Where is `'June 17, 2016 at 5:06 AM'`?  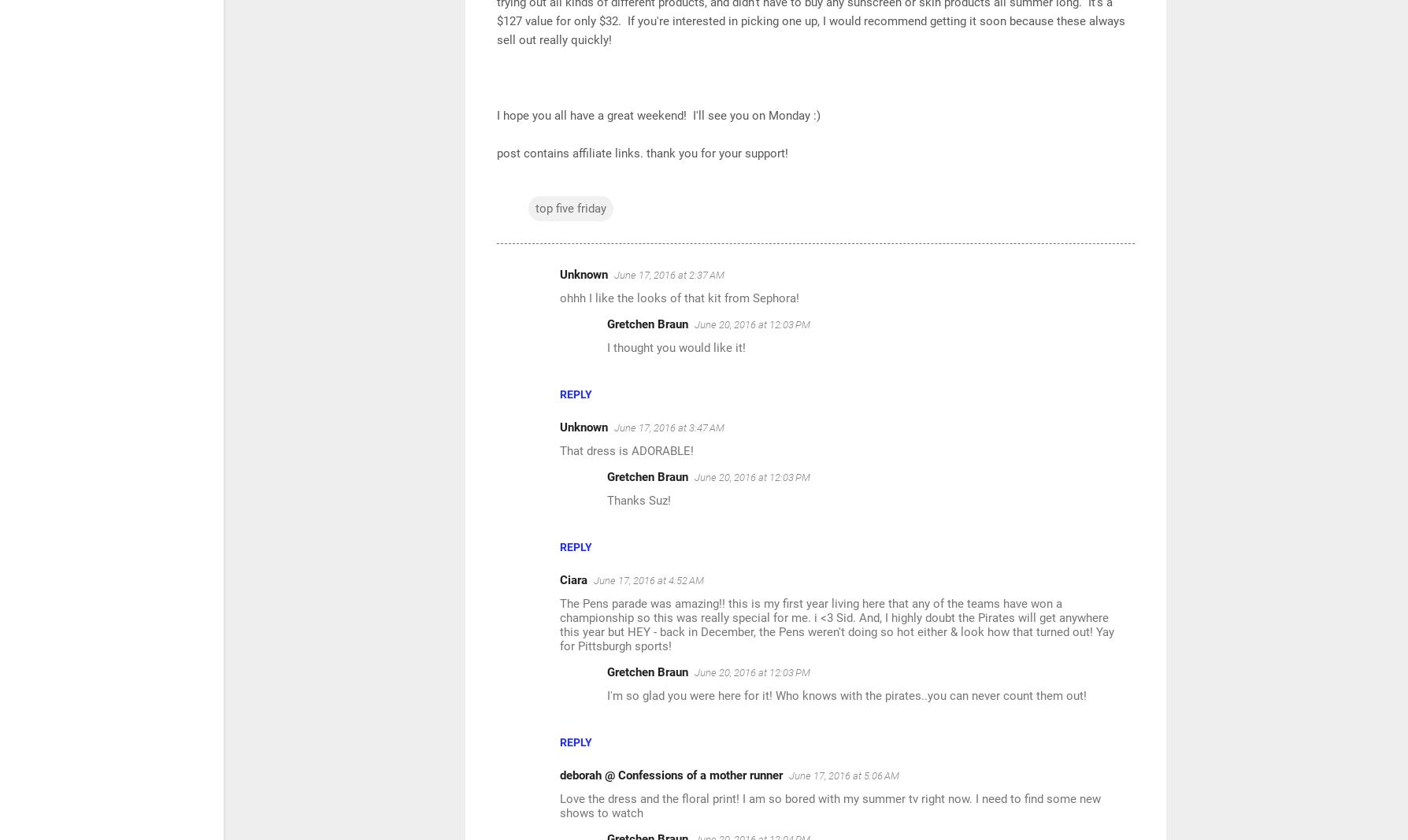 'June 17, 2016 at 5:06 AM' is located at coordinates (788, 775).